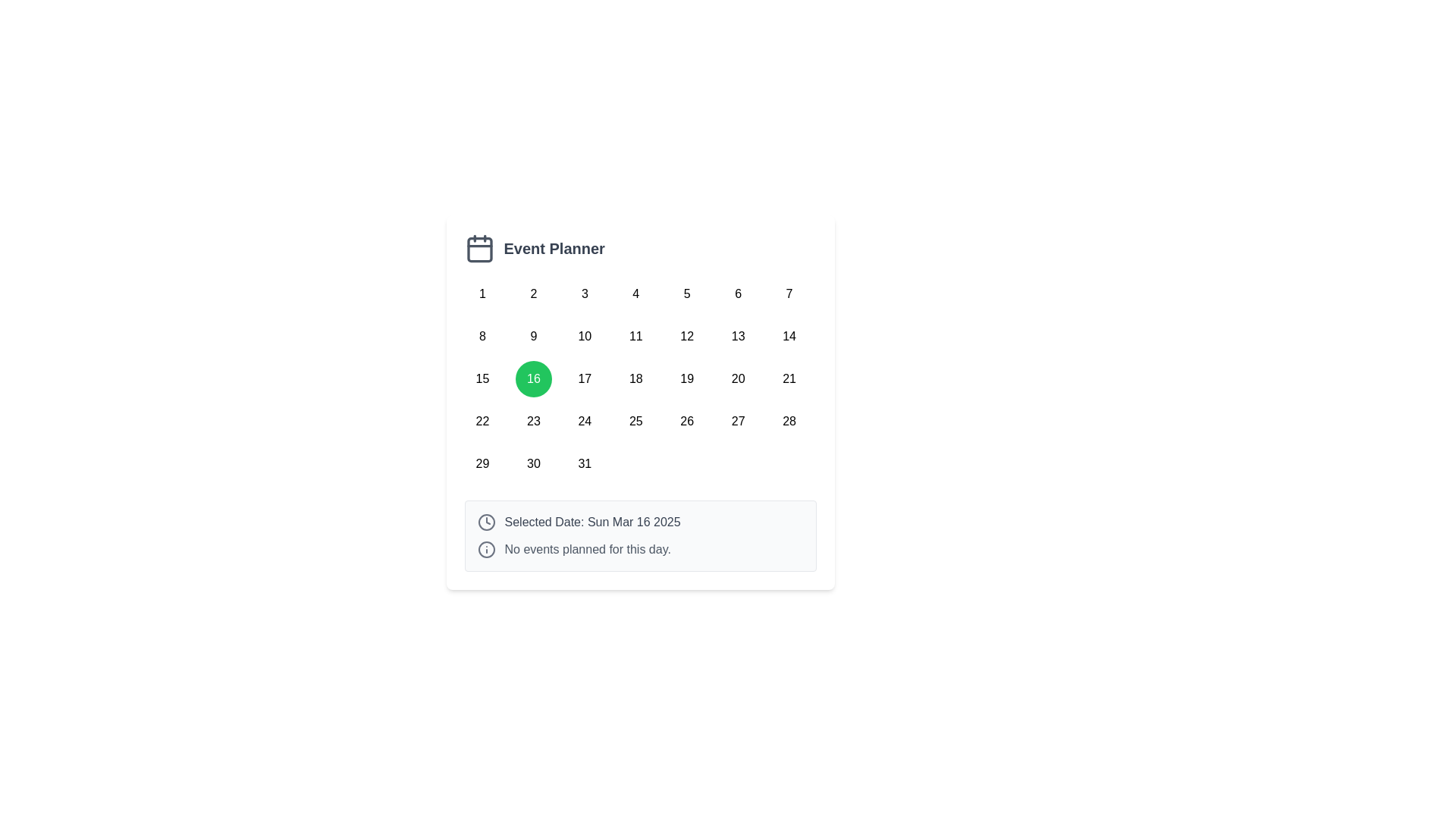  I want to click on the day selector button for the calendar located in the second row and third column, so click(584, 335).